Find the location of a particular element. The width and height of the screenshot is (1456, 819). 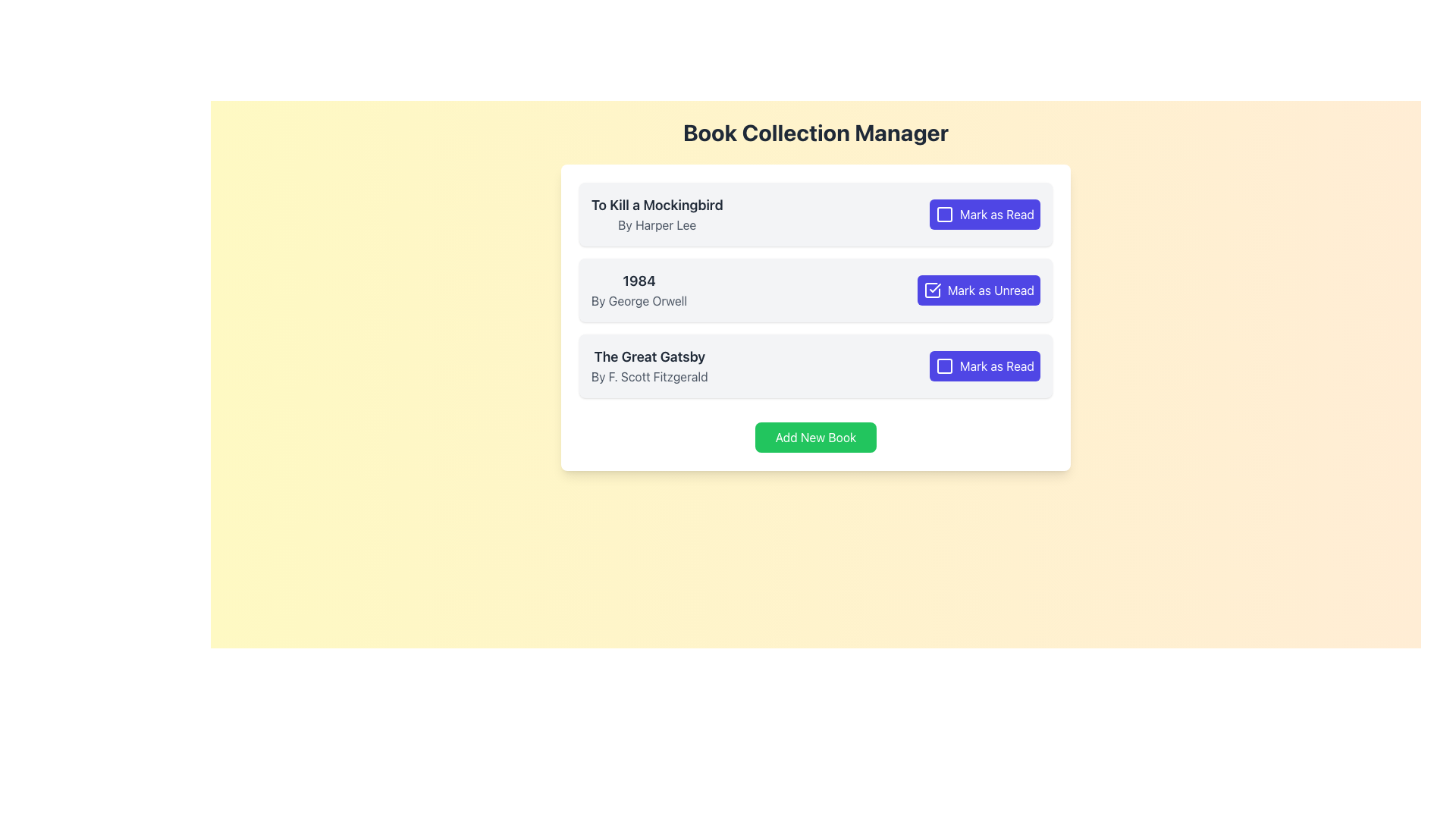

the text label reading 'By Harper Lee', which is displayed in a gray font and positioned below the main title 'To Kill a Mockingbird' in the first card of the displayed list is located at coordinates (657, 225).